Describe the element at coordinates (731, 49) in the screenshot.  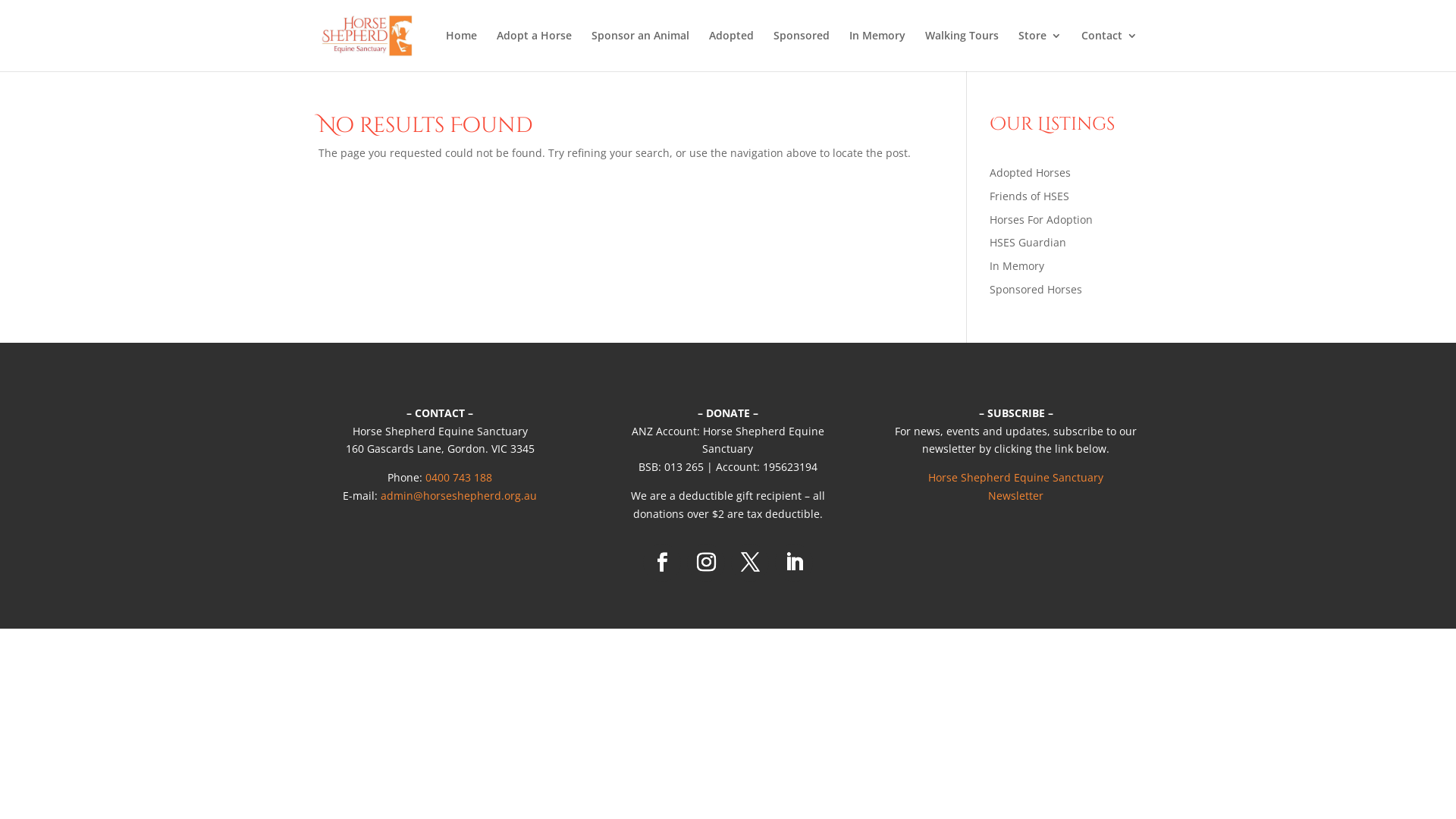
I see `'Adopted'` at that location.